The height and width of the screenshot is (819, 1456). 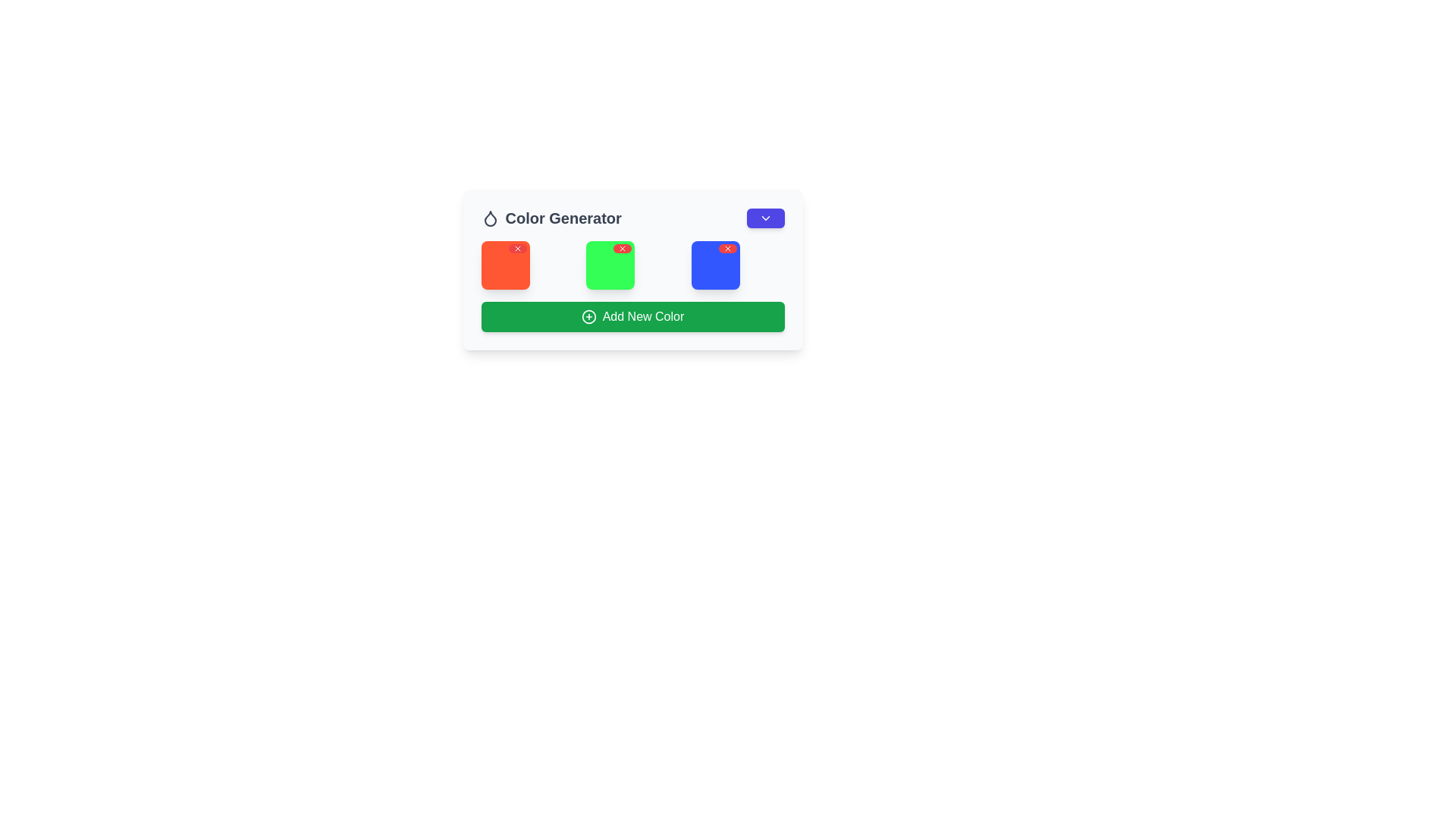 I want to click on the SVG graphical element (circle within the 'Add New Color' button icon) by clicking on it, so click(x=588, y=315).